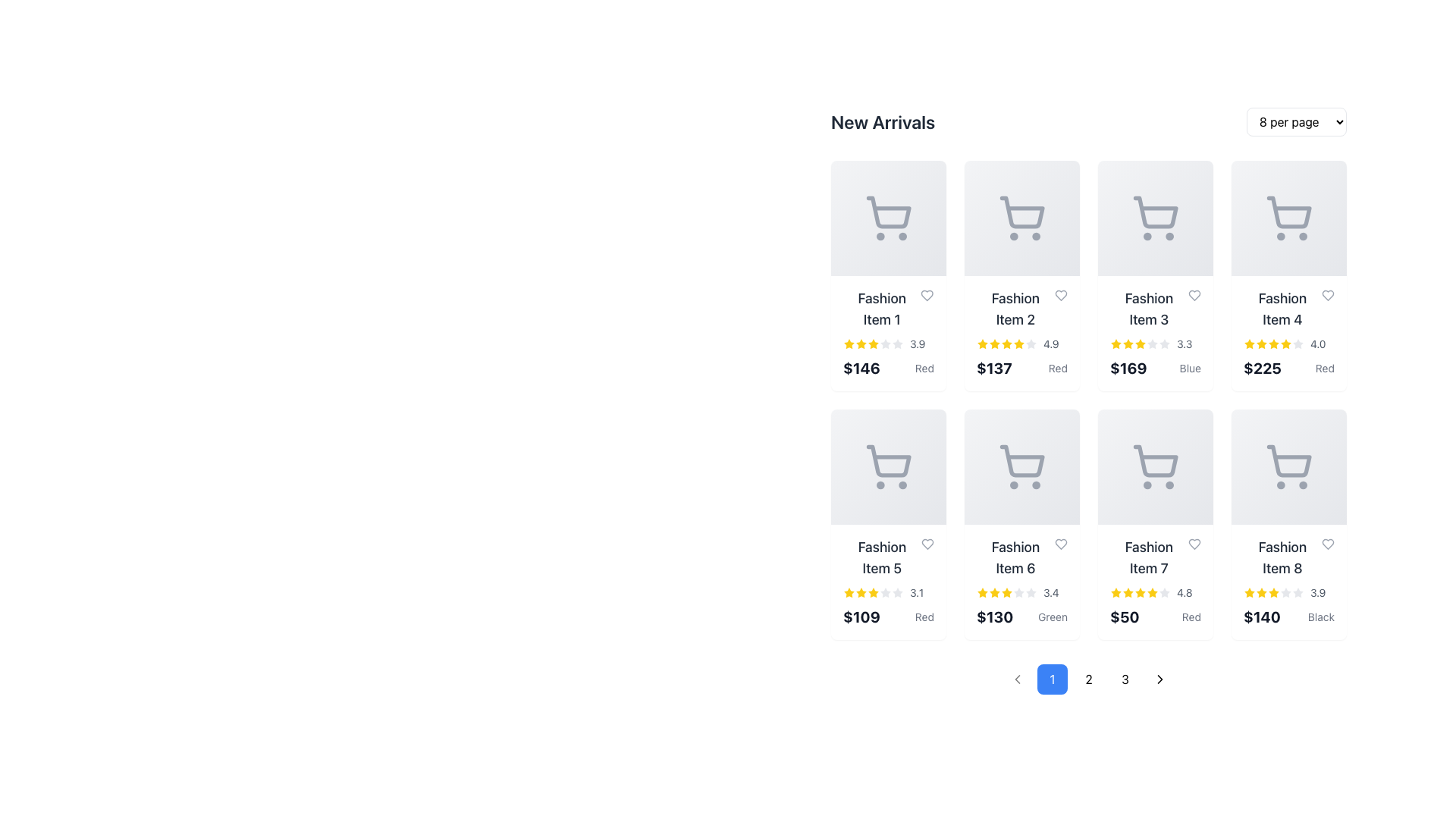 This screenshot has height=819, width=1456. Describe the element at coordinates (1288, 218) in the screenshot. I see `the shopping cart icon located in the top right corner of the product card grid, specifically in the fourth column of the first row, for information` at that location.